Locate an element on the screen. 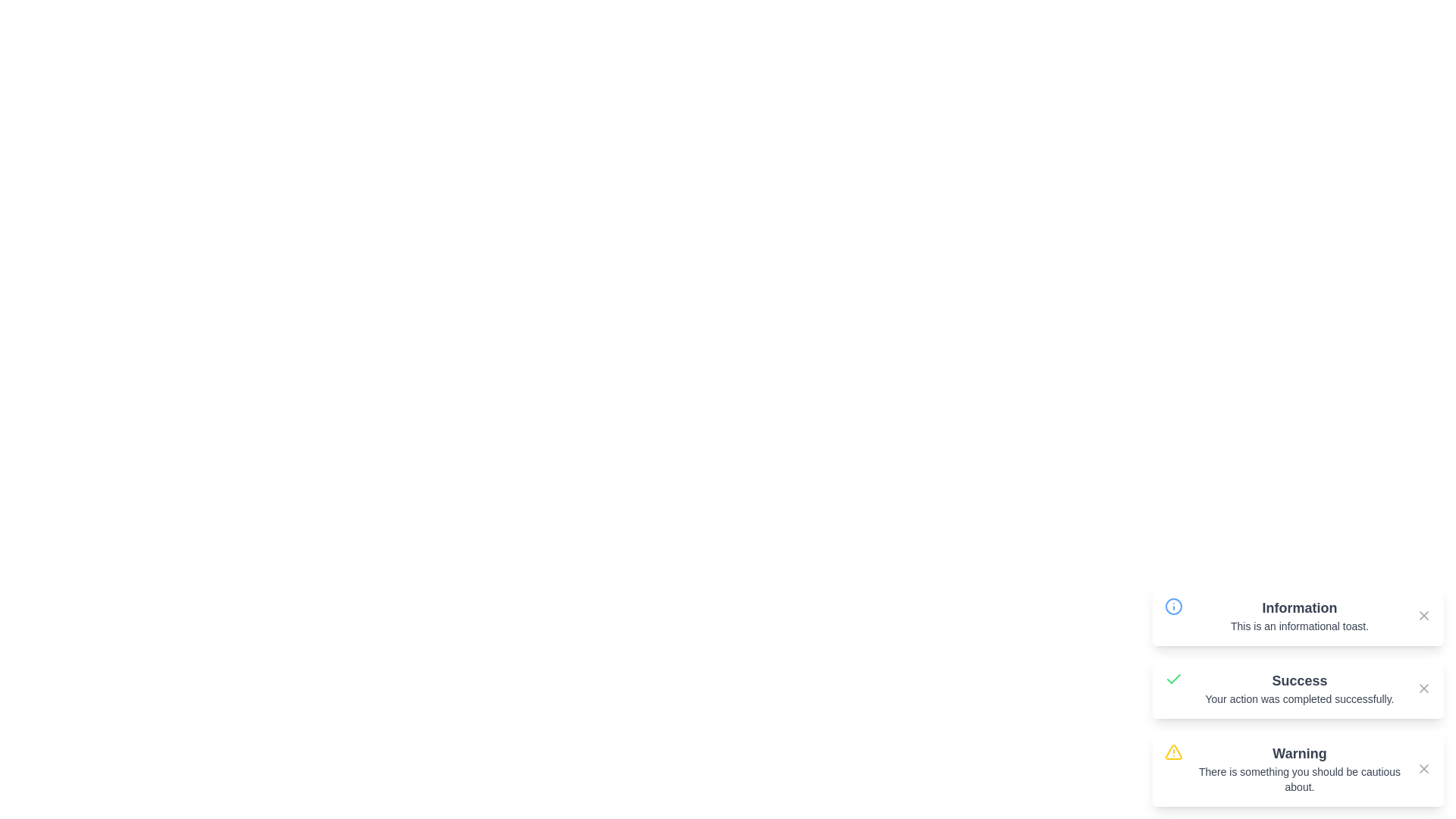 The image size is (1456, 819). the decorative circle element within the 'Information' SVG icon, which represents an info toast notification is located at coordinates (1173, 605).